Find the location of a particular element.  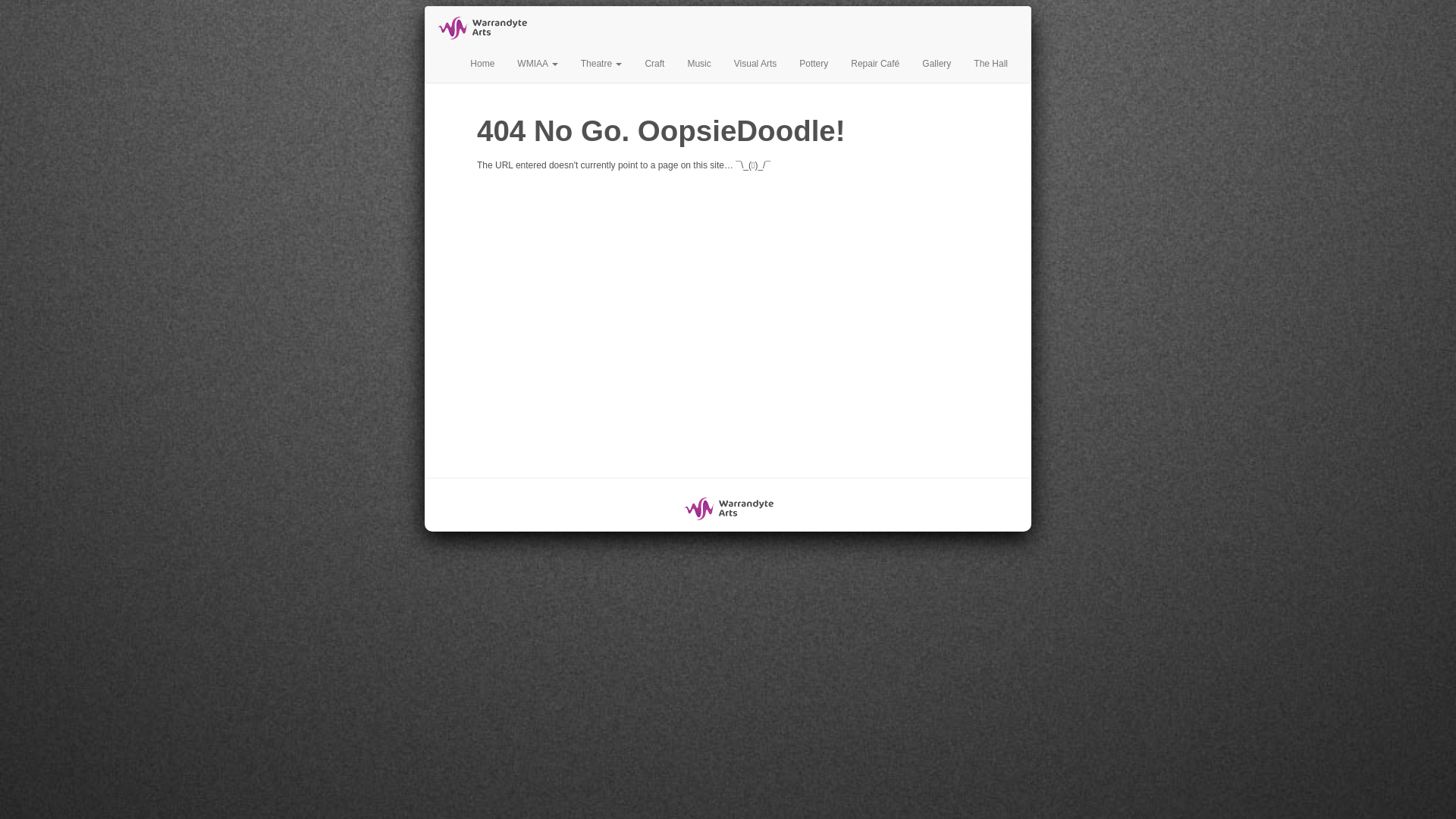

'Theatre' is located at coordinates (601, 63).